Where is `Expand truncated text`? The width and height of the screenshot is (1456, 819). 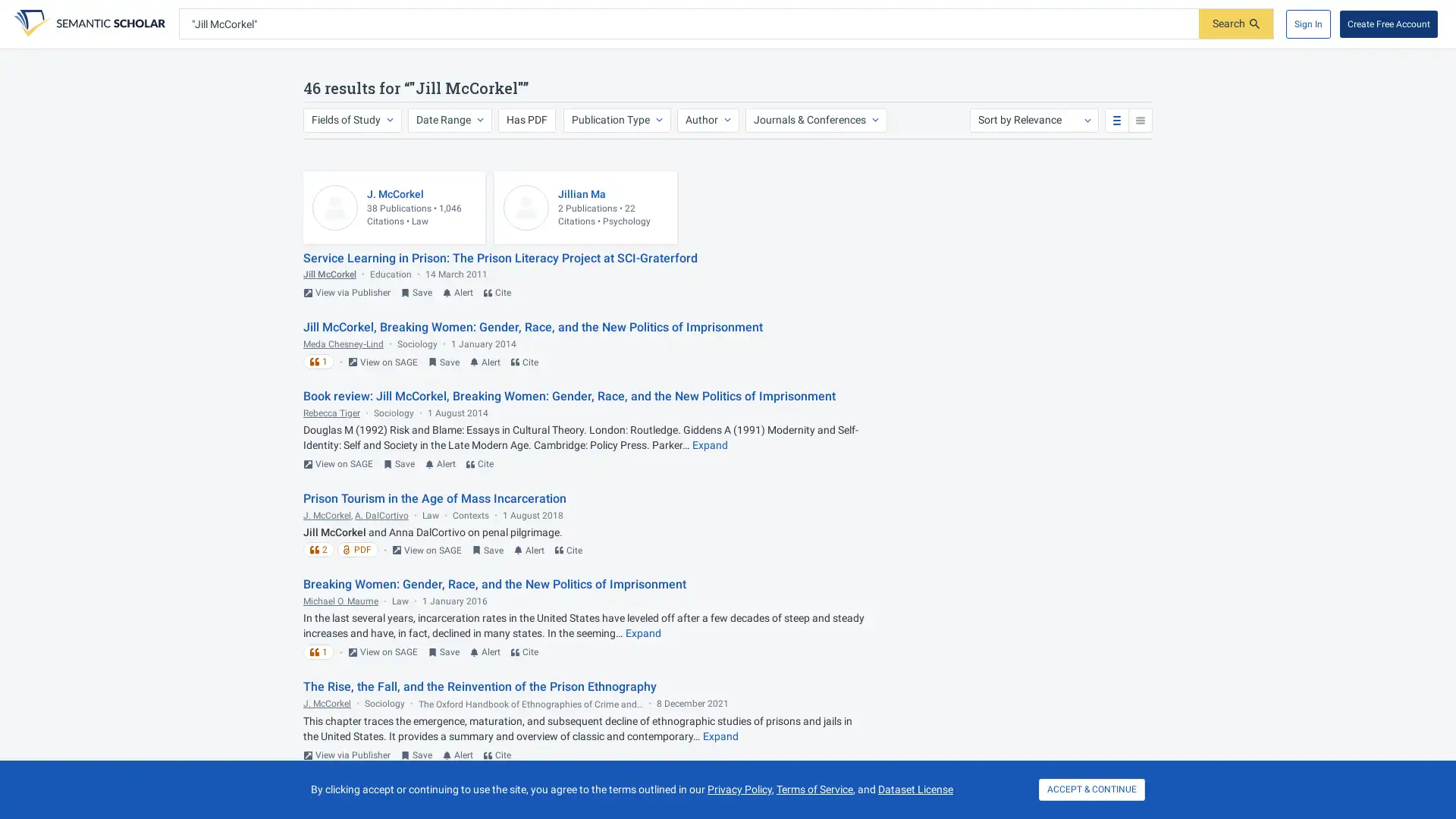
Expand truncated text is located at coordinates (643, 632).